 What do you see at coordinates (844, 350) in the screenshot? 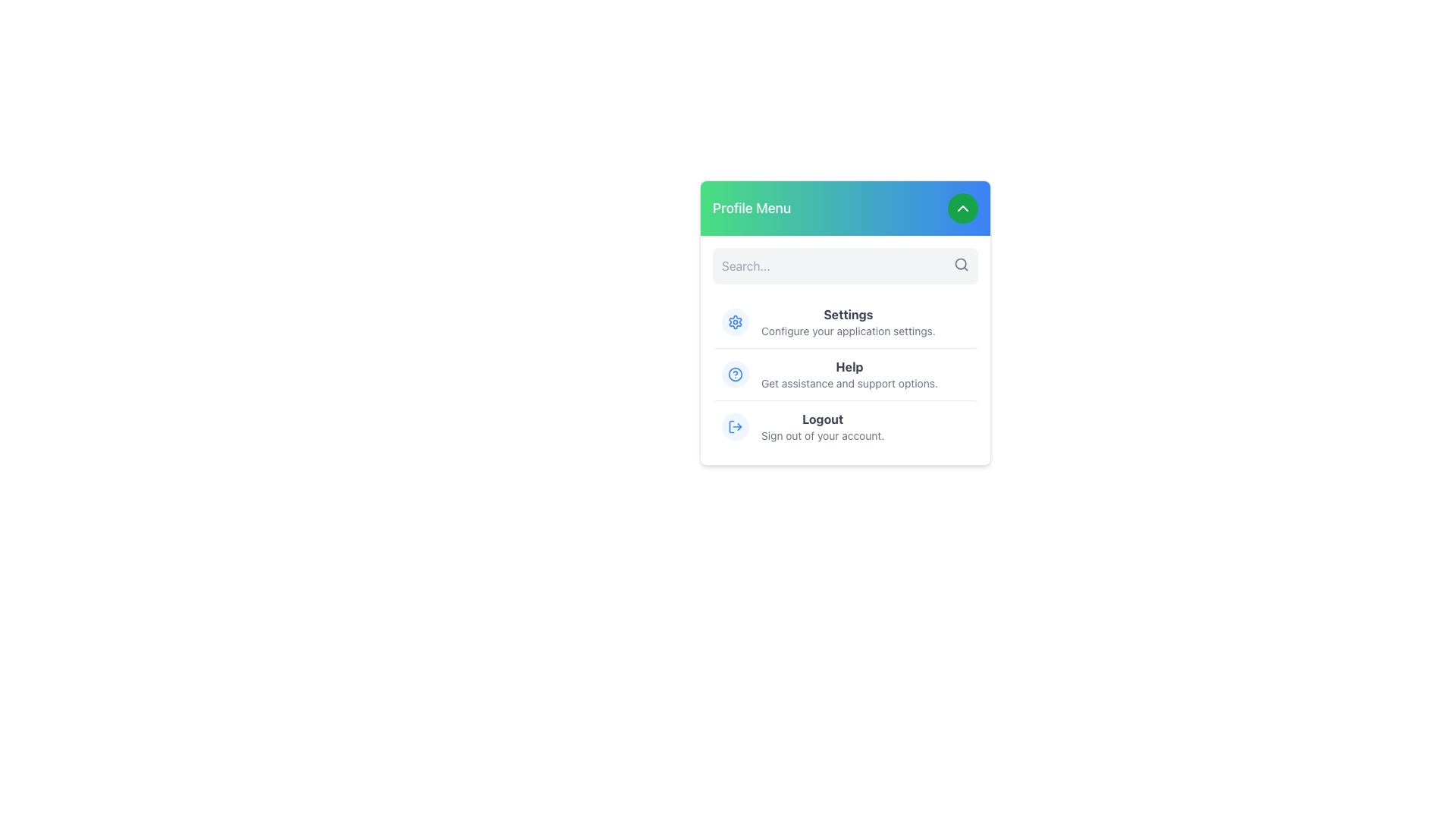
I see `the 'Settings', 'Help', or 'Logout' menu item in the vertically arranged Menu Section` at bounding box center [844, 350].